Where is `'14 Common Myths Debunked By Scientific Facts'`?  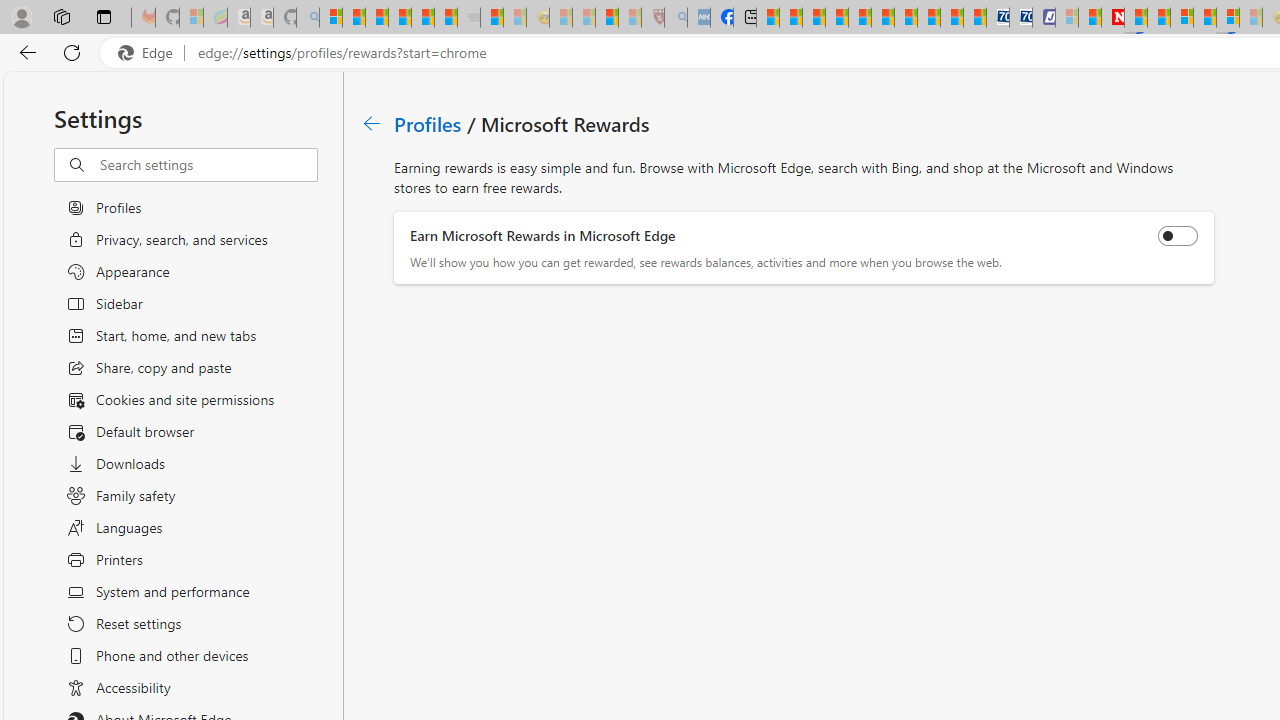
'14 Common Myths Debunked By Scientific Facts' is located at coordinates (1159, 17).